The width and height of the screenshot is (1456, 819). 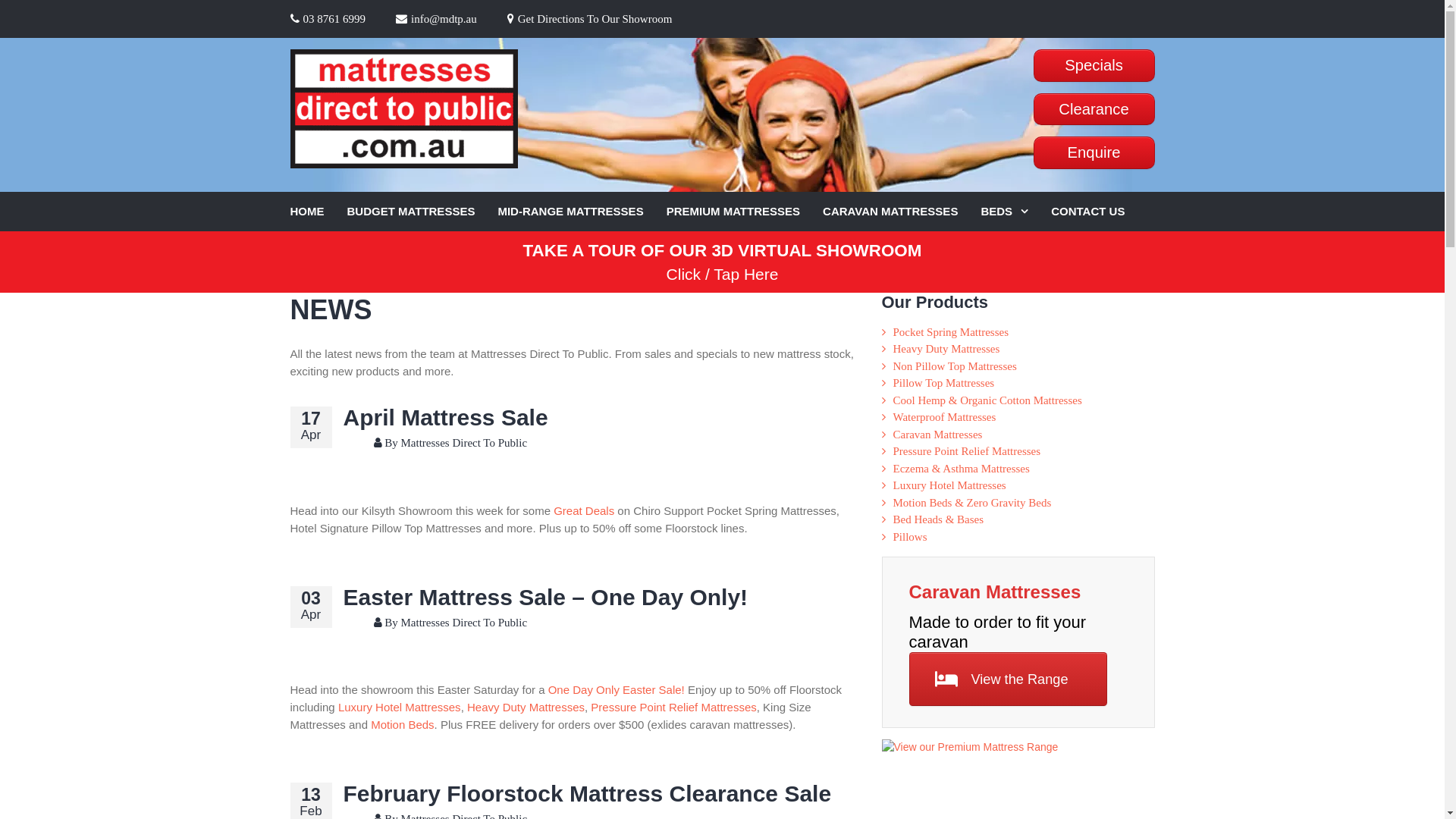 I want to click on 'MID-RANGE MATTRESSES', so click(x=497, y=212).